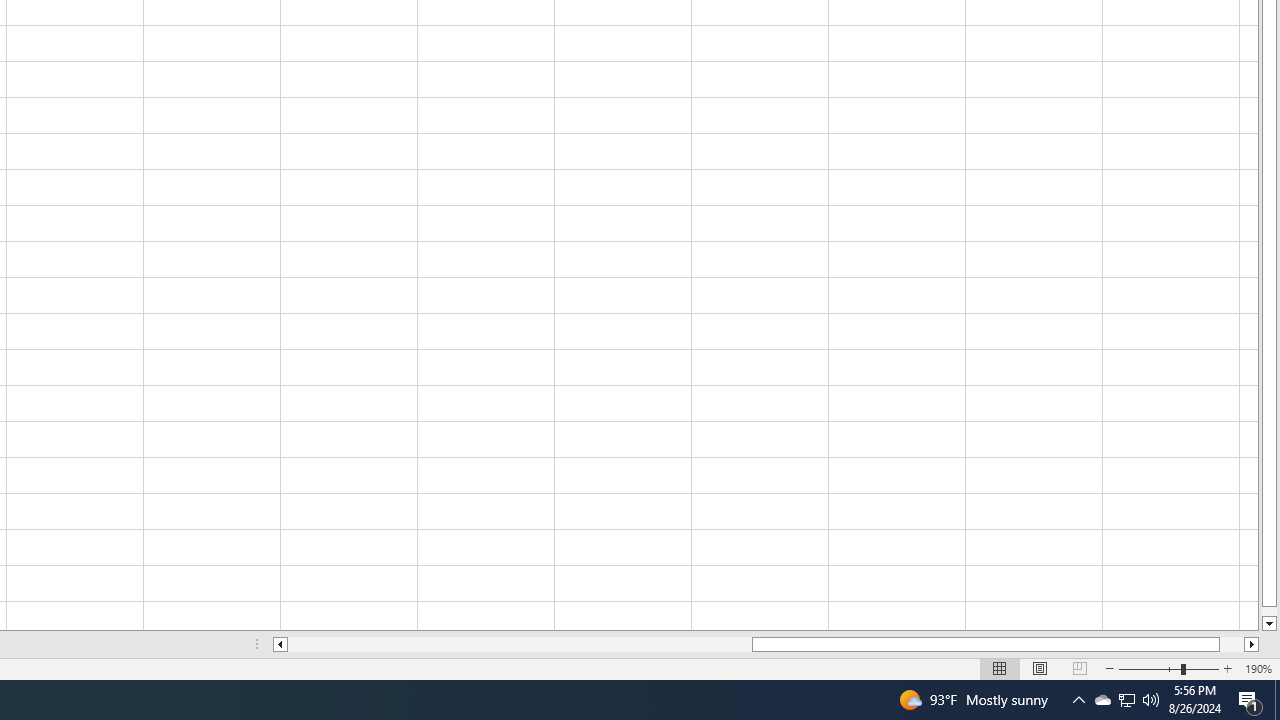 The height and width of the screenshot is (720, 1280). I want to click on 'Zoom In', so click(1226, 669).